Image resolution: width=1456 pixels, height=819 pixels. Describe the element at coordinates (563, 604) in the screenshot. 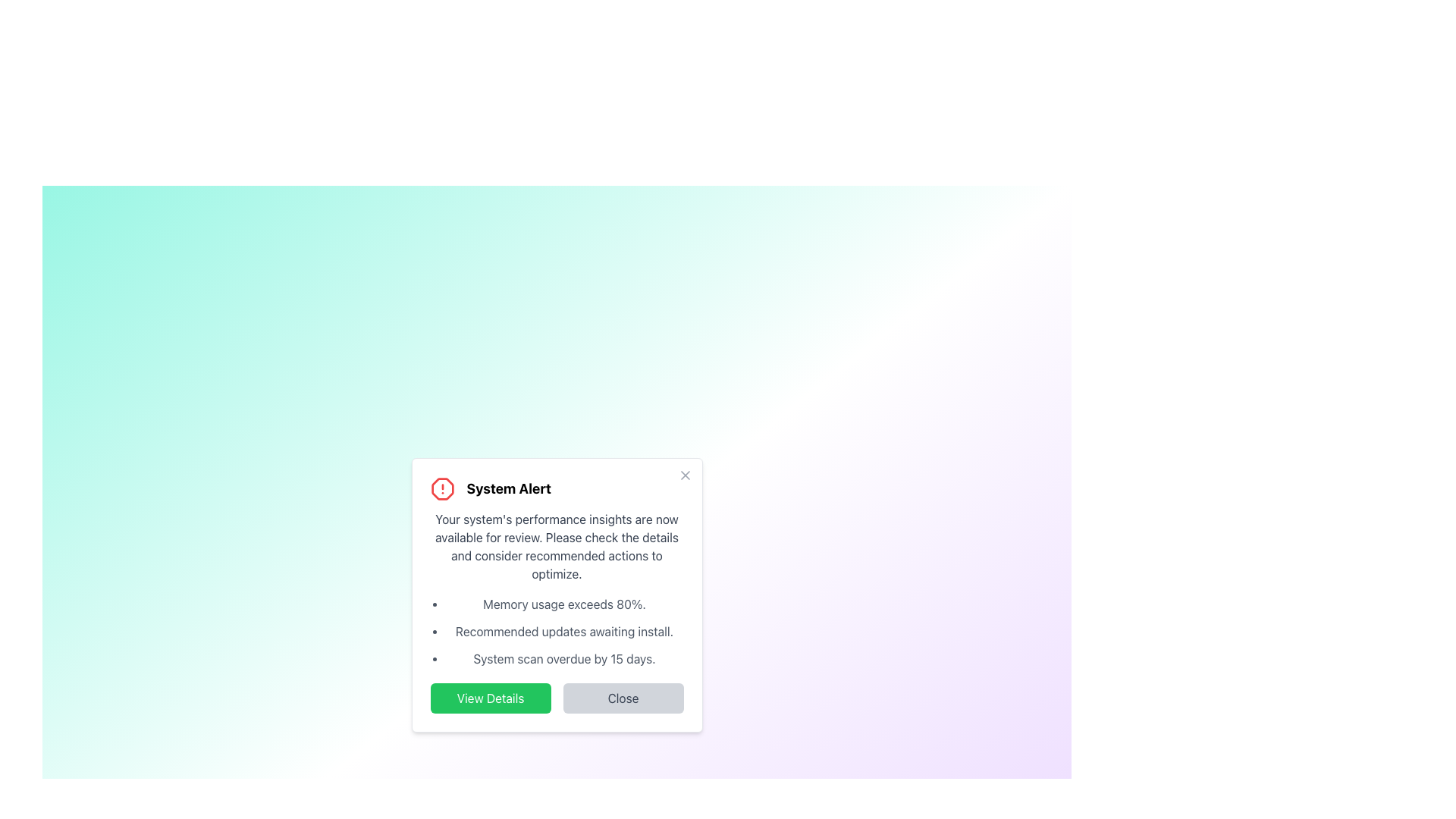

I see `the alert notification text indicating that memory usage has exceeded 80%` at that location.